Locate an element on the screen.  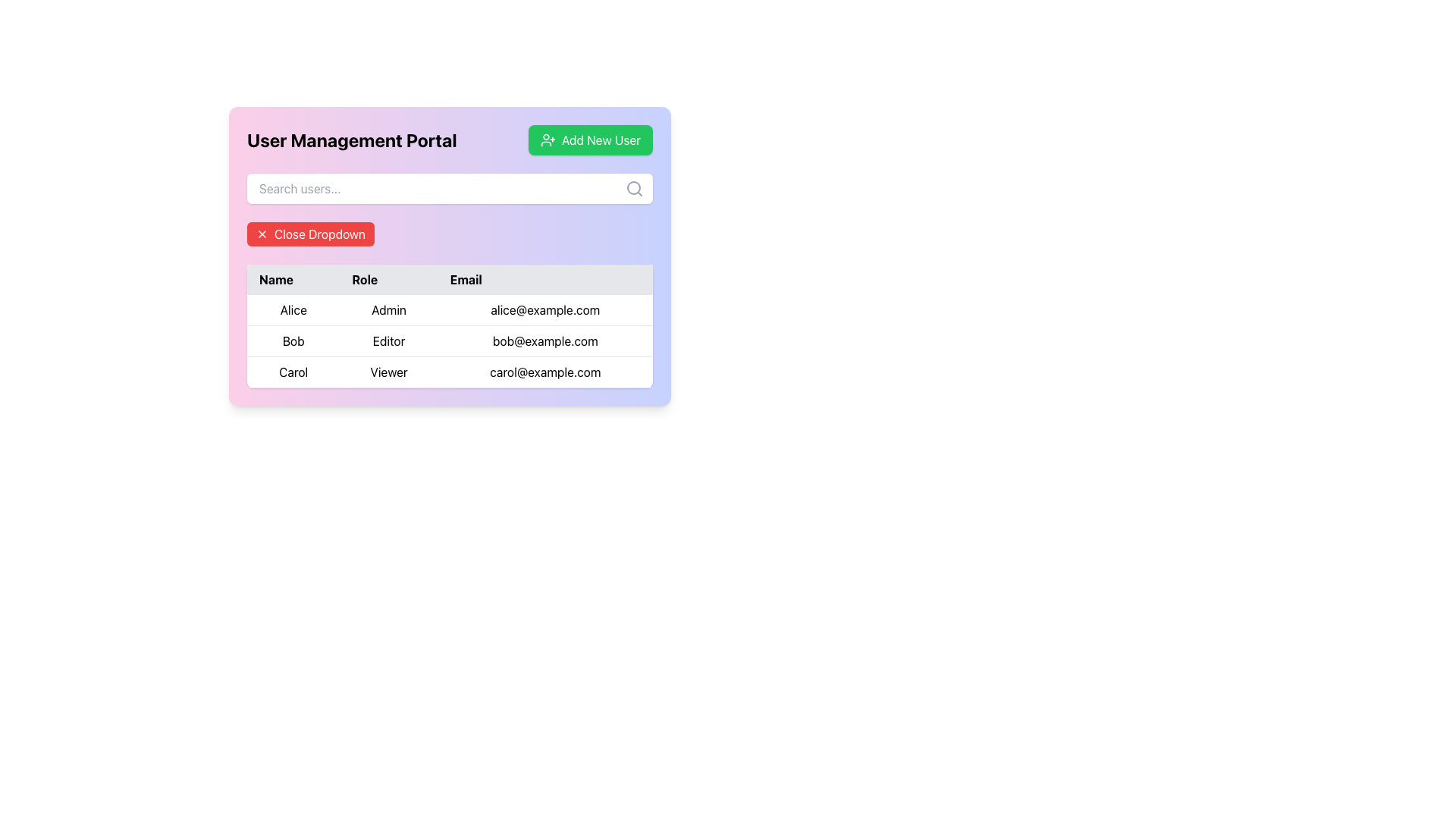
the text label displaying 'Carol' in bold font is located at coordinates (293, 372).